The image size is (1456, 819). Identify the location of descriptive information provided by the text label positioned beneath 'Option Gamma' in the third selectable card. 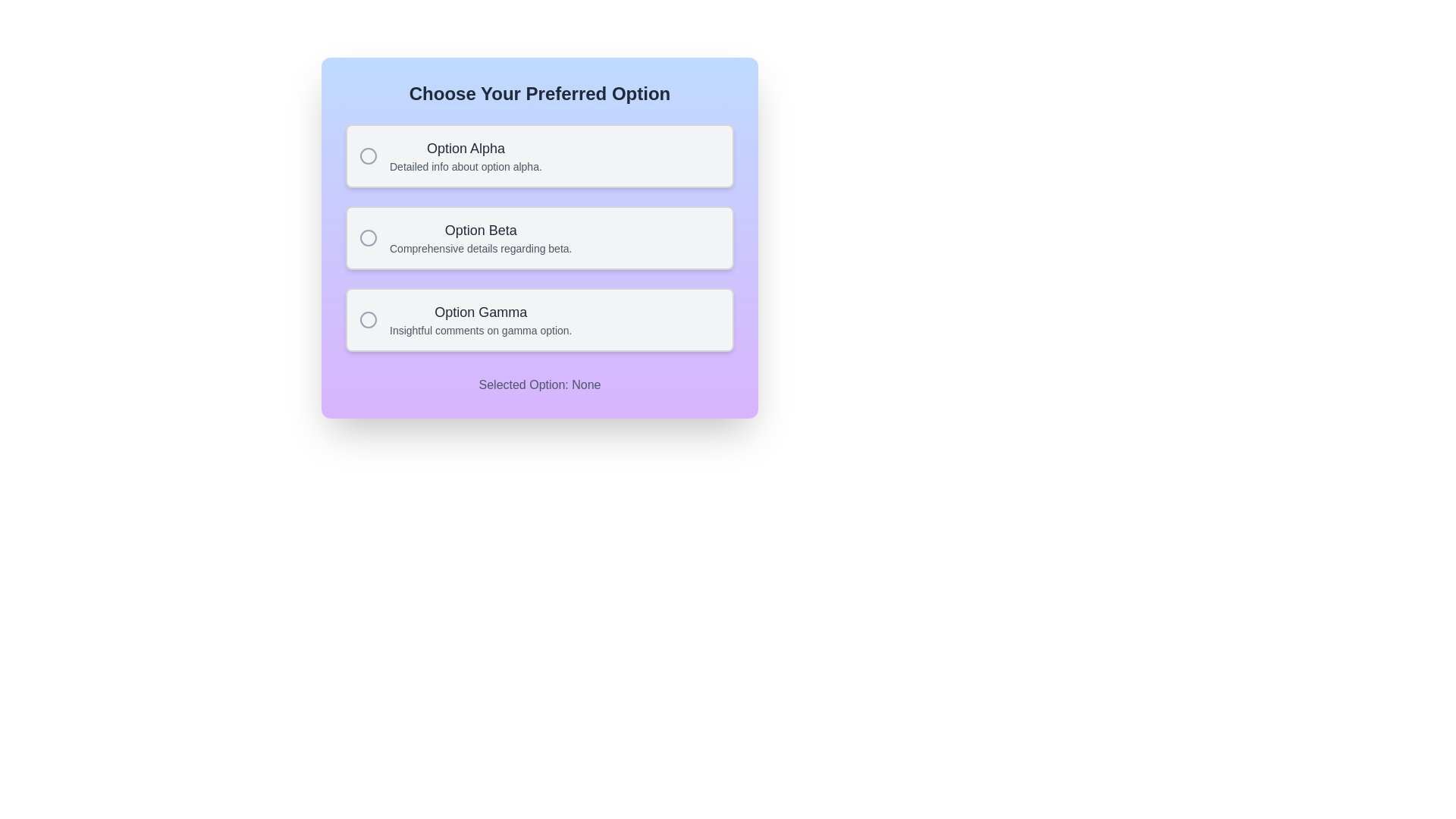
(480, 329).